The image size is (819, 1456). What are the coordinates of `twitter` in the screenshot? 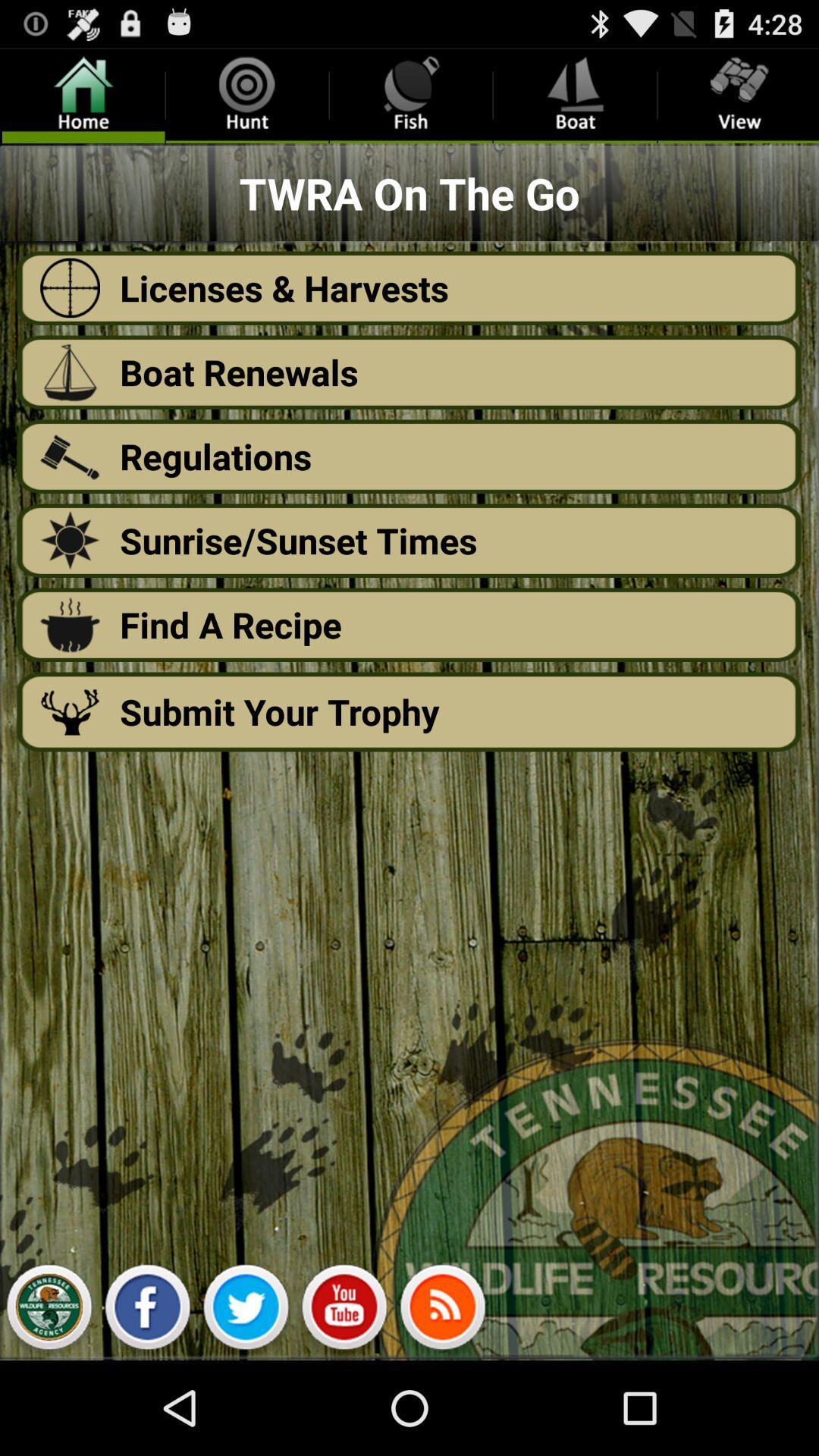 It's located at (245, 1310).